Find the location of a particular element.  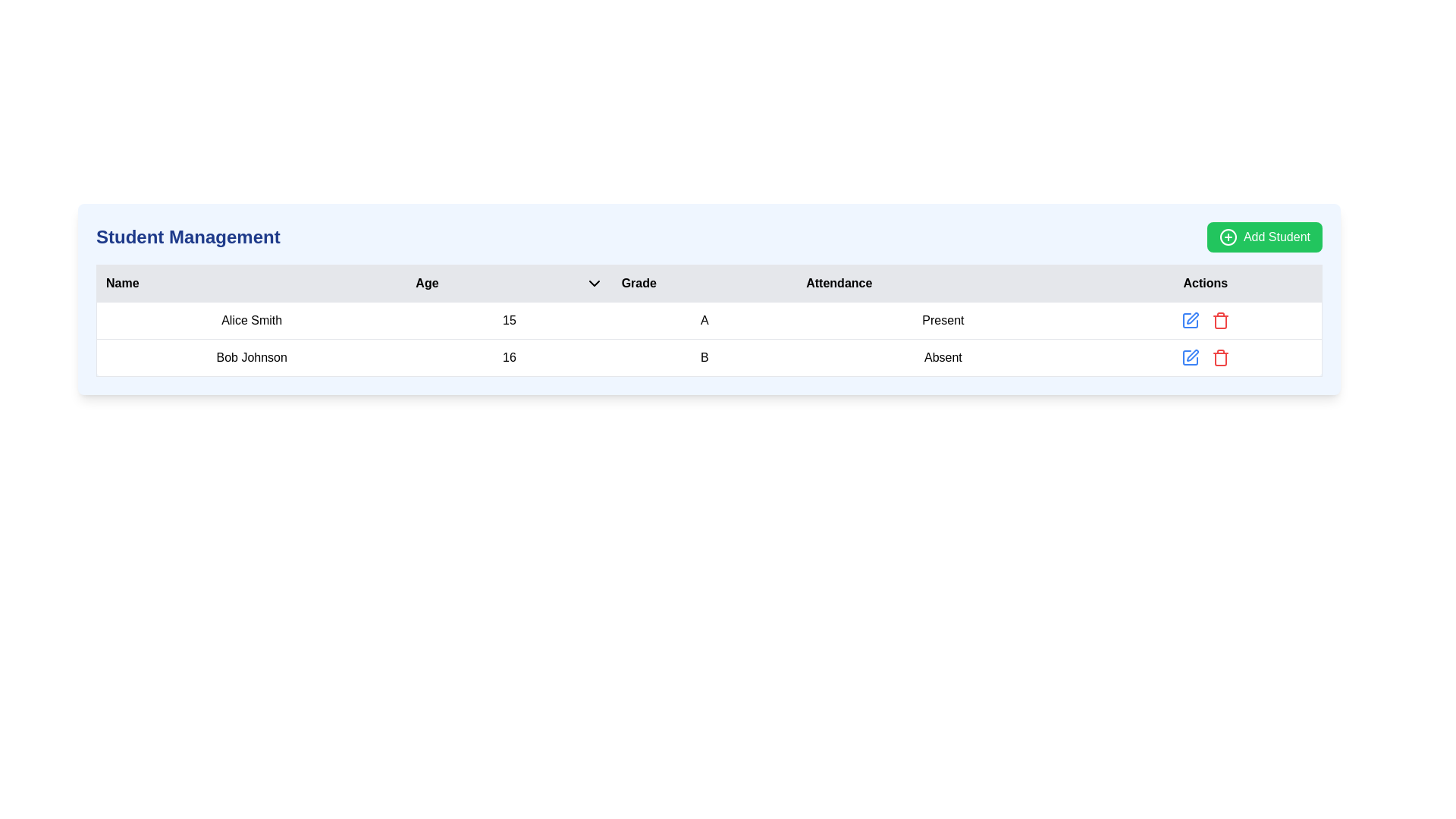

the control group containing action buttons for the entry 'Alice Smith, Age 15, Grade A, Attendance Present' is located at coordinates (1204, 320).